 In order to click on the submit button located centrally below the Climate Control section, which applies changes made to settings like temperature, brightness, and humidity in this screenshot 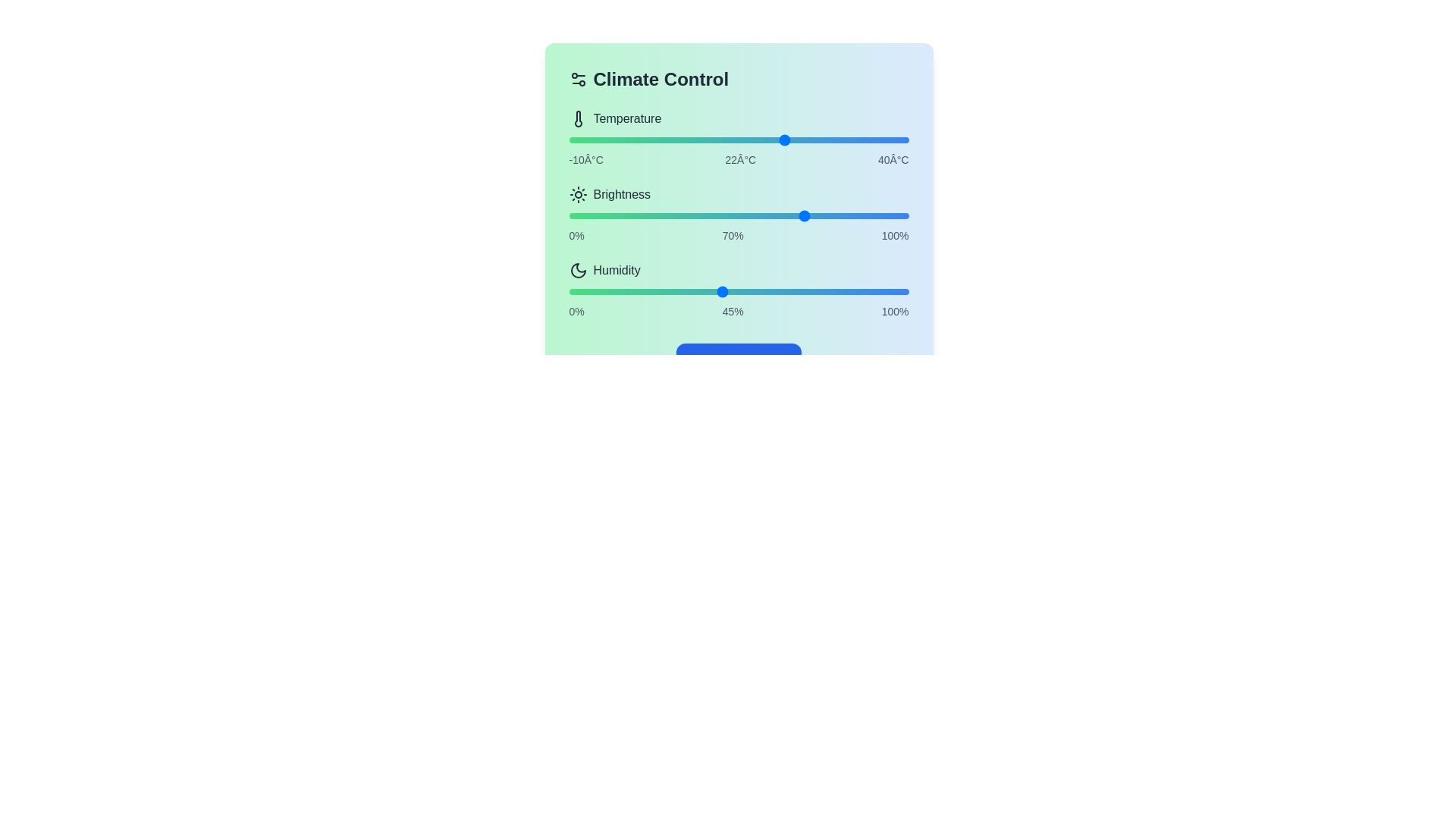, I will do `click(739, 362)`.